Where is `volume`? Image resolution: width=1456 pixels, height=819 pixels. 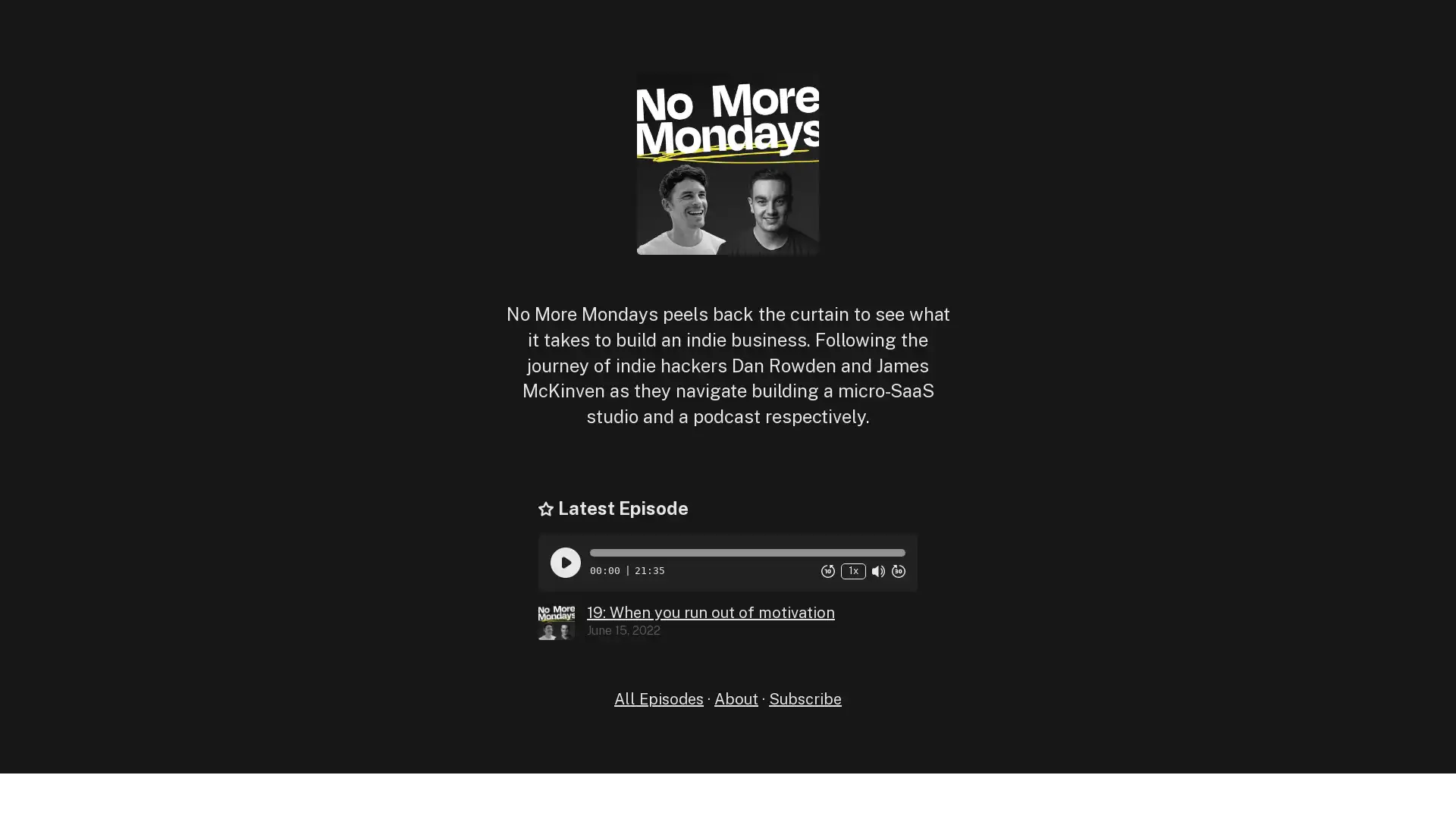 volume is located at coordinates (877, 570).